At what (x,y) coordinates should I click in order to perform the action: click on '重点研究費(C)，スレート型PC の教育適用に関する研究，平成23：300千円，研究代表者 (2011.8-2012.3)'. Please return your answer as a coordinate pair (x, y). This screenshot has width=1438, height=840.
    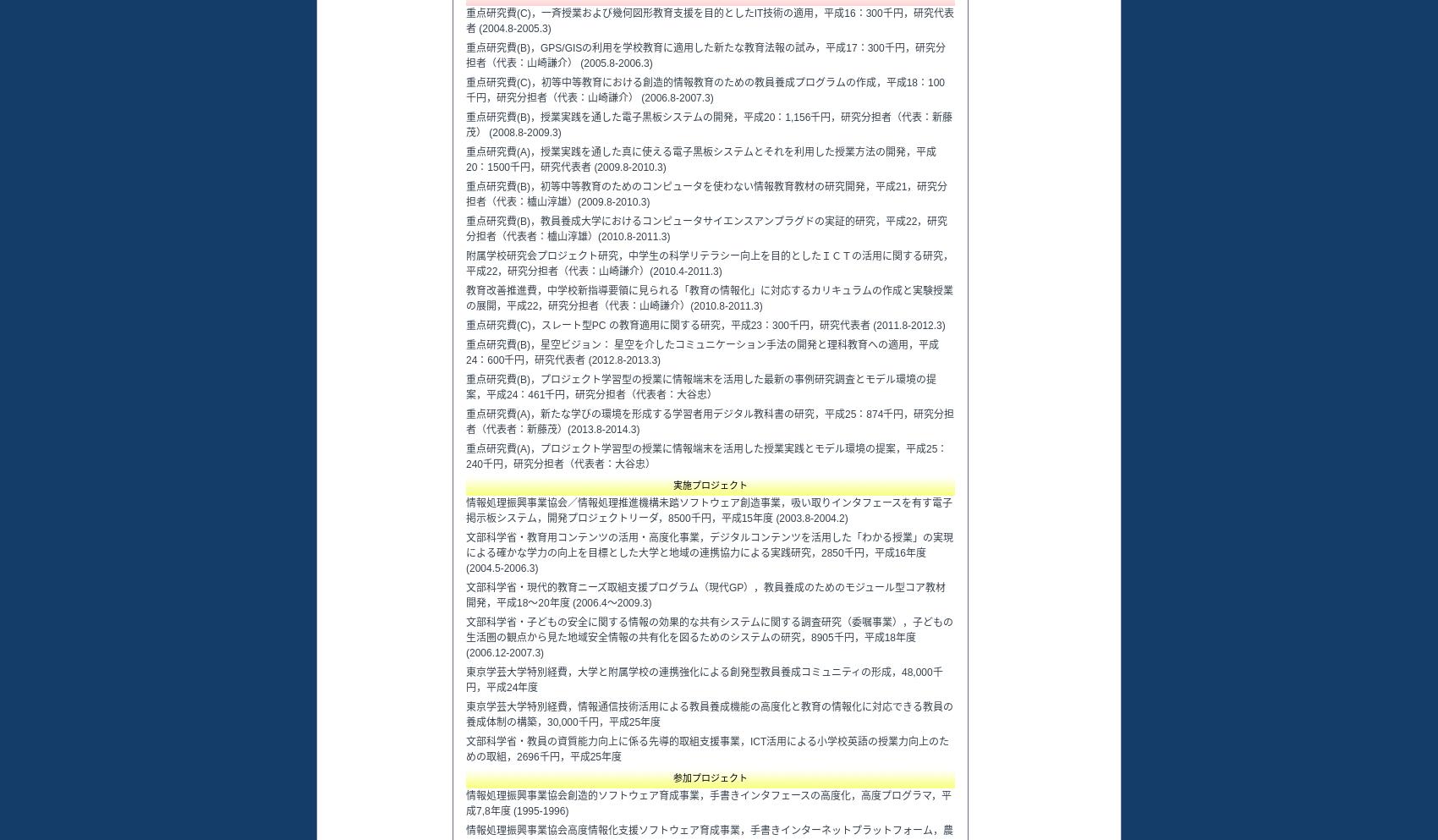
    Looking at the image, I should click on (705, 324).